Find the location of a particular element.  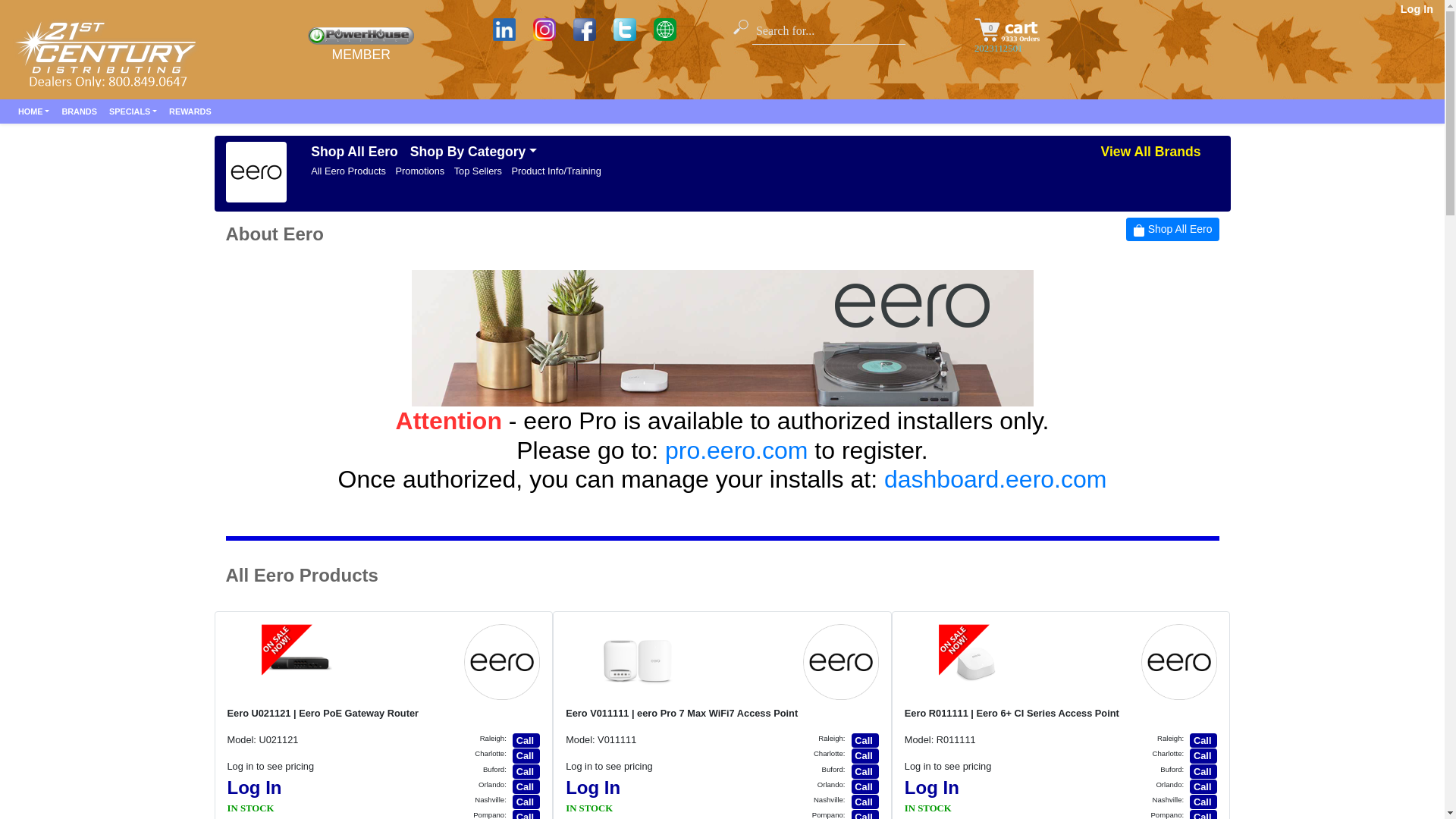

'Top Sellers' is located at coordinates (477, 171).